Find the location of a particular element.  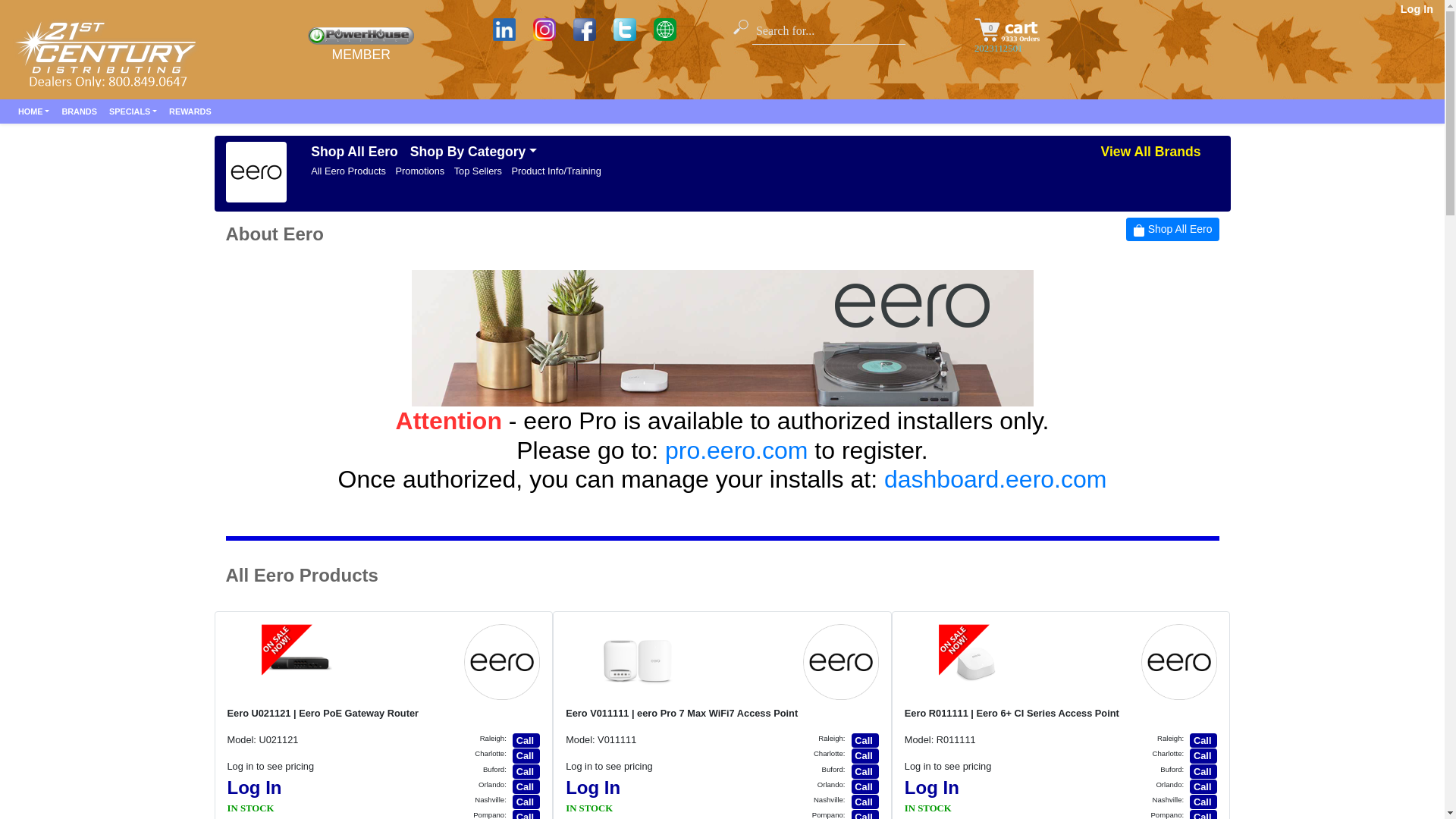

'Top Sellers' is located at coordinates (477, 171).